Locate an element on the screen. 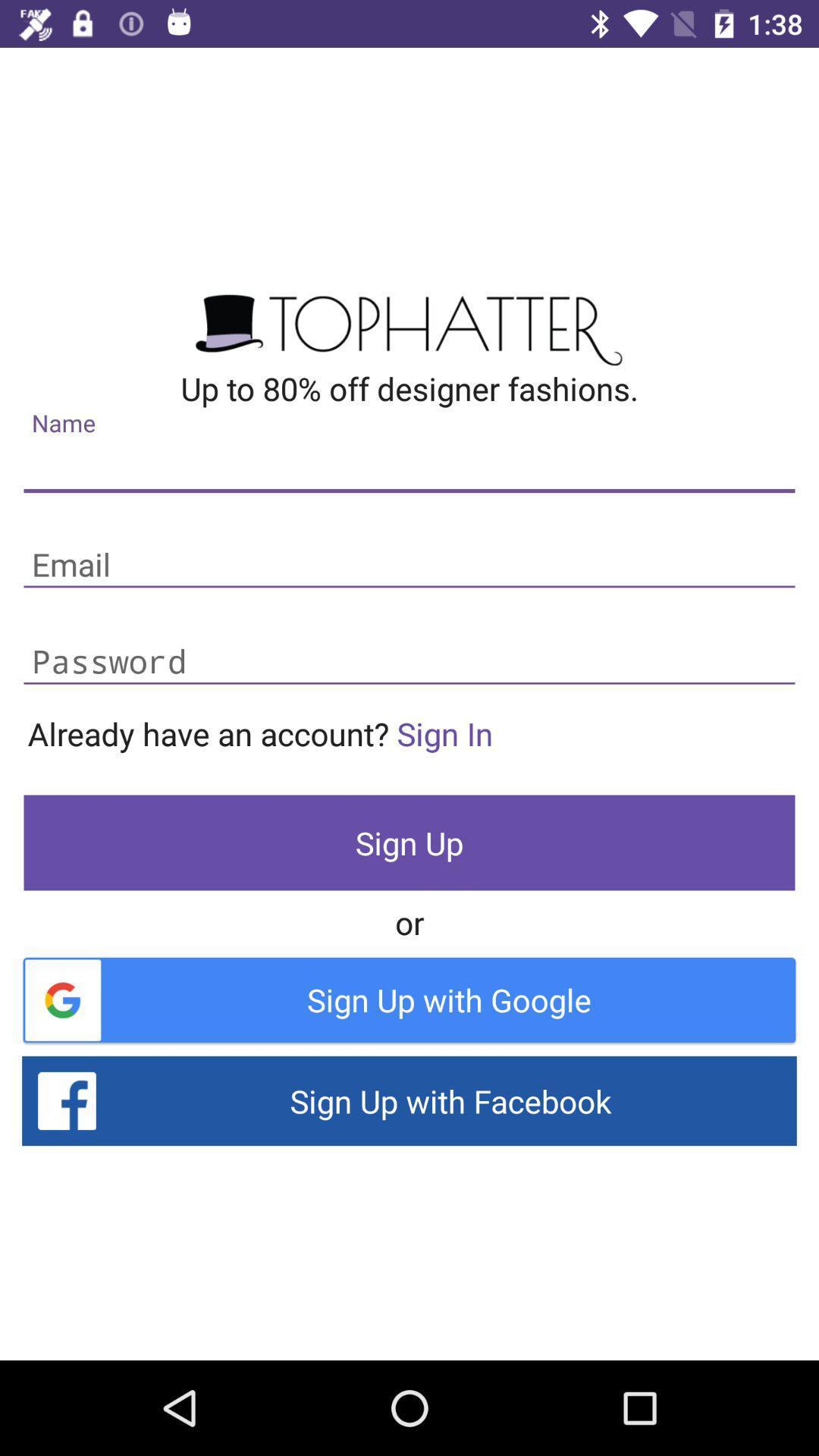  address is located at coordinates (409, 468).